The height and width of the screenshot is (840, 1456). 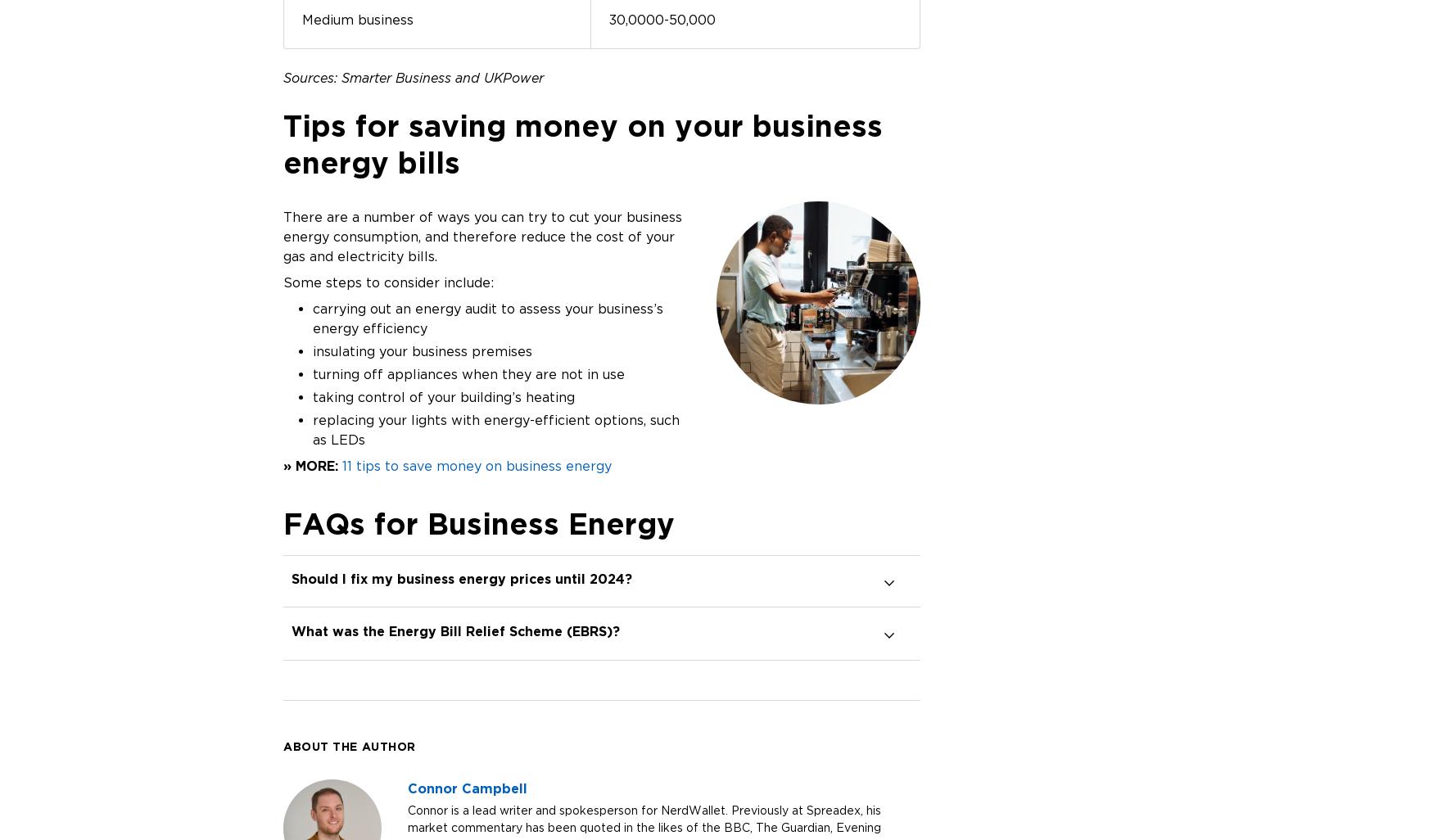 What do you see at coordinates (476, 464) in the screenshot?
I see `'11 tips to save money on business energy'` at bounding box center [476, 464].